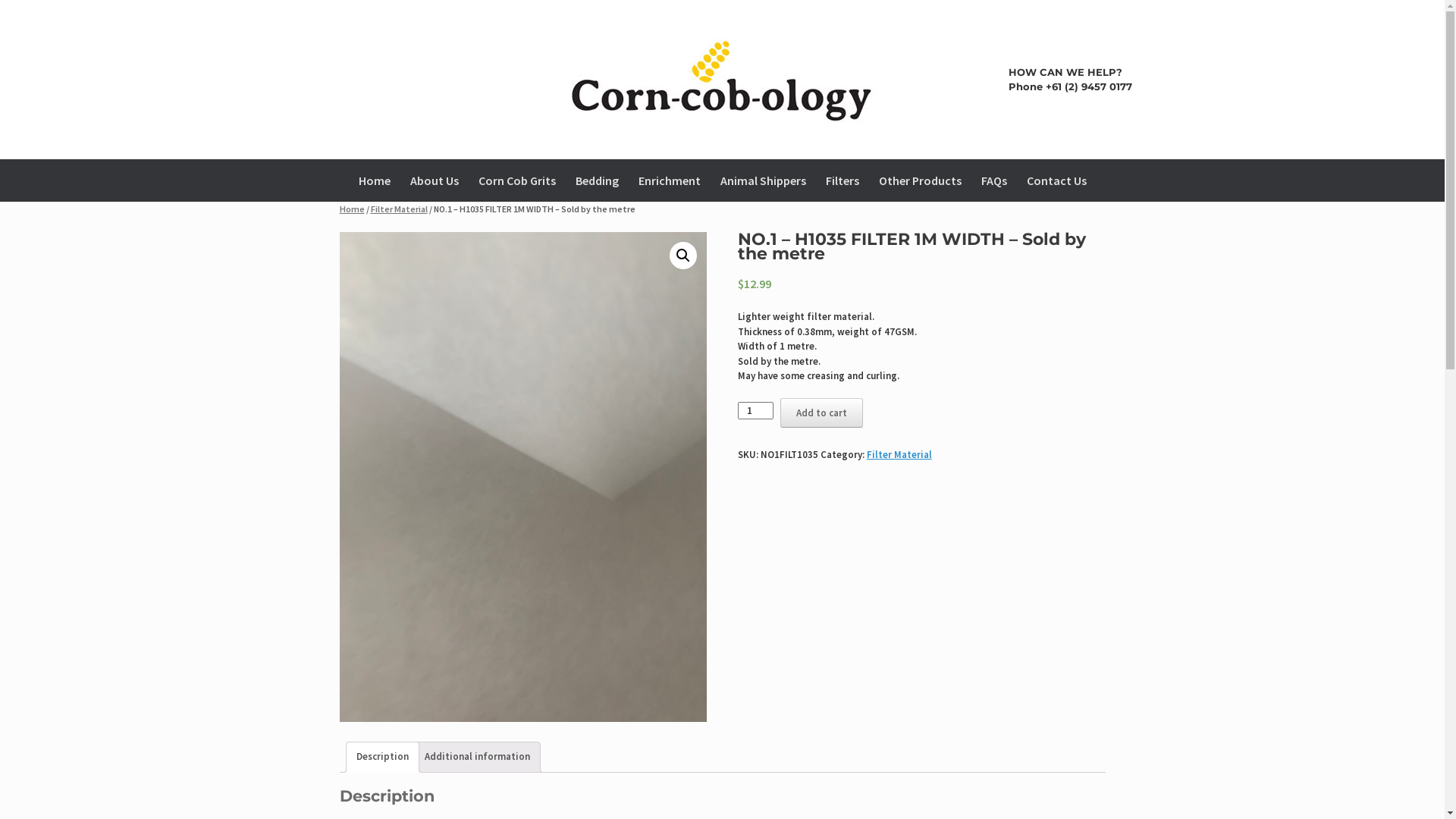 The image size is (1456, 819). What do you see at coordinates (755, 410) in the screenshot?
I see `'Qty'` at bounding box center [755, 410].